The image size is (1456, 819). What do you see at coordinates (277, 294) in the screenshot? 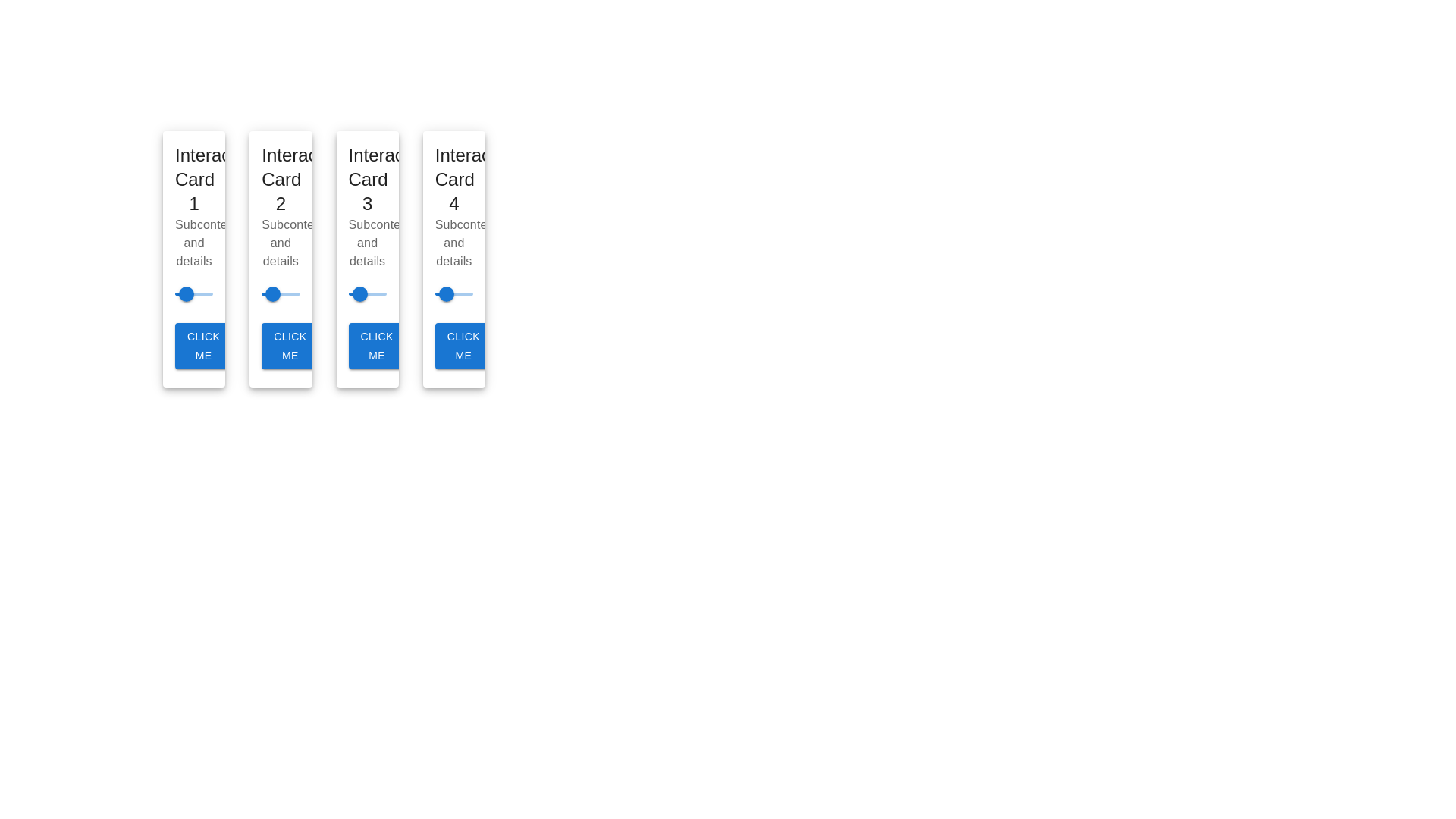
I see `the slider` at bounding box center [277, 294].